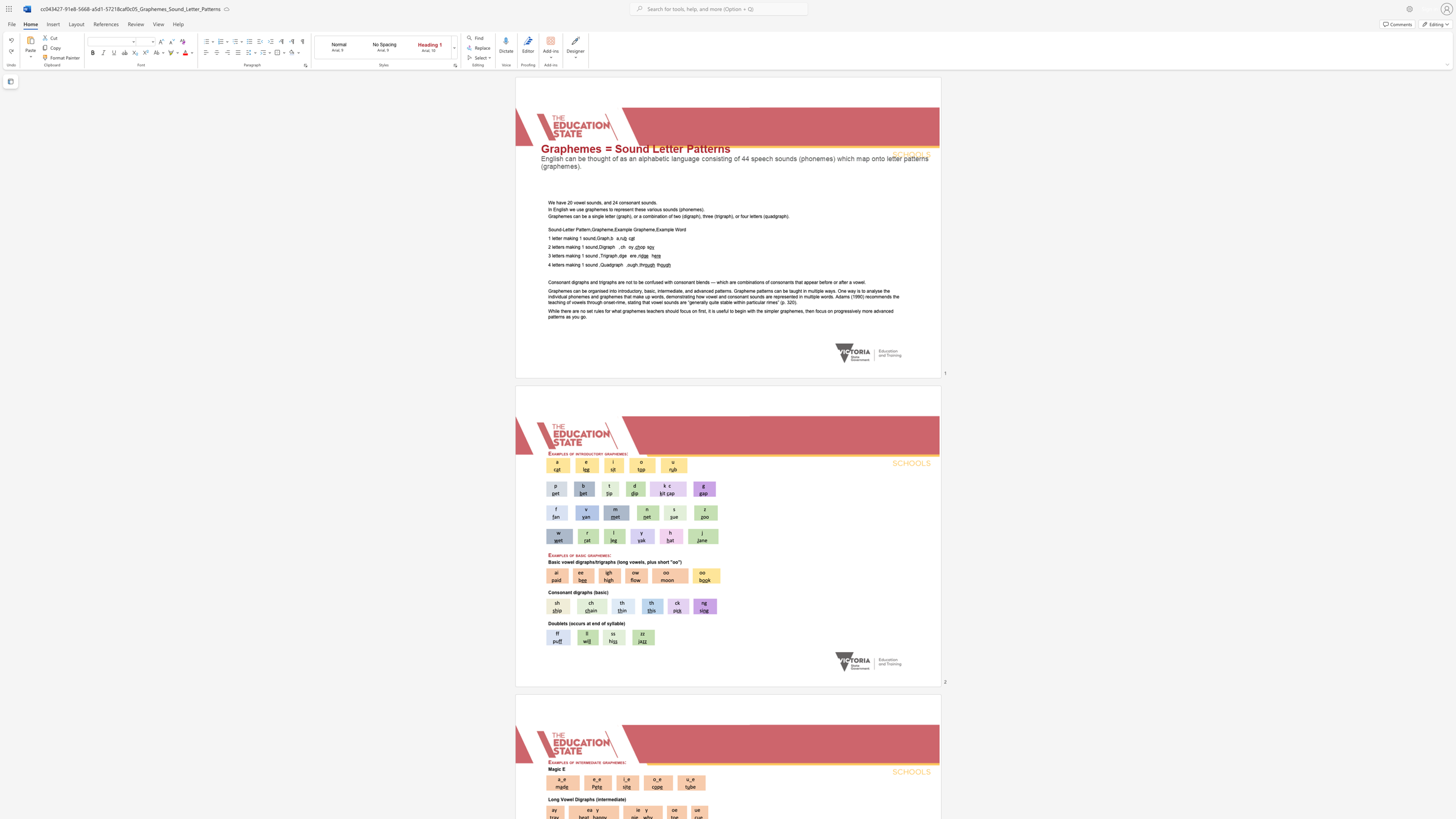 This screenshot has width=1456, height=819. I want to click on the subset text "sh we use graph" within the text "In English we use graphemes to represent these various sounds (phonemes).", so click(563, 209).